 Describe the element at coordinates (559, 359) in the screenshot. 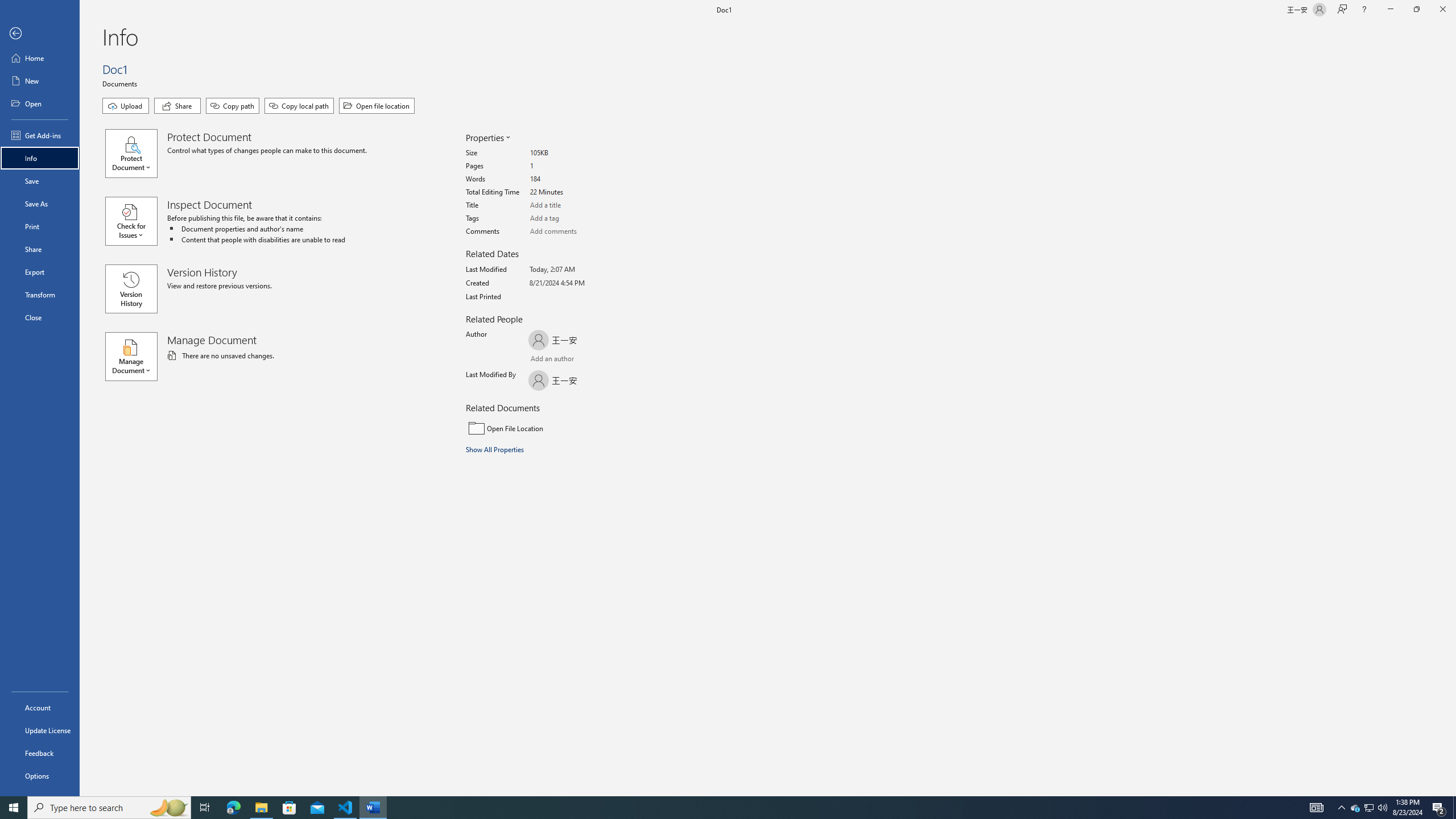

I see `'Verify Names'` at that location.